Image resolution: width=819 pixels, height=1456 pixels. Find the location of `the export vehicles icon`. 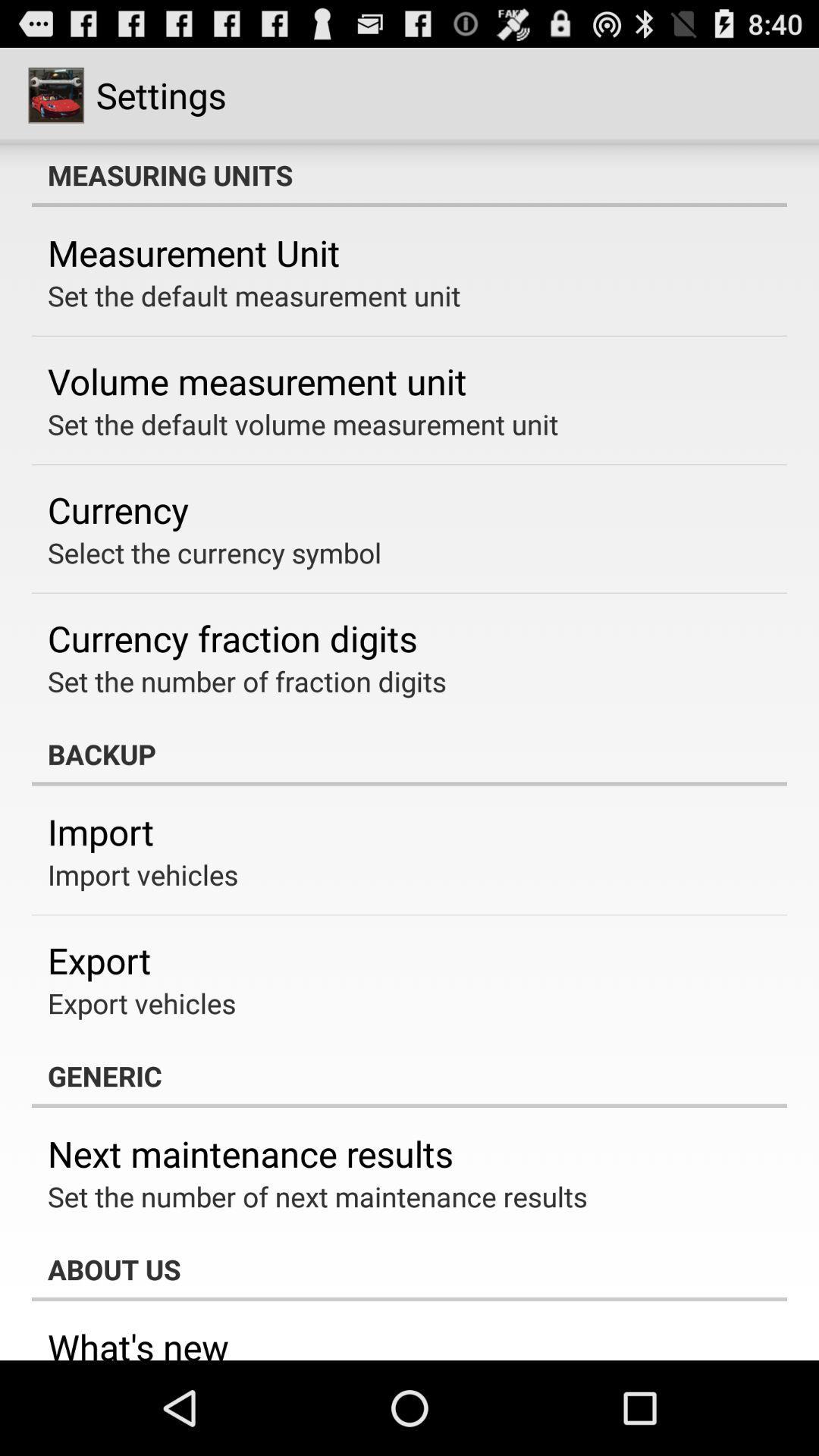

the export vehicles icon is located at coordinates (142, 1003).